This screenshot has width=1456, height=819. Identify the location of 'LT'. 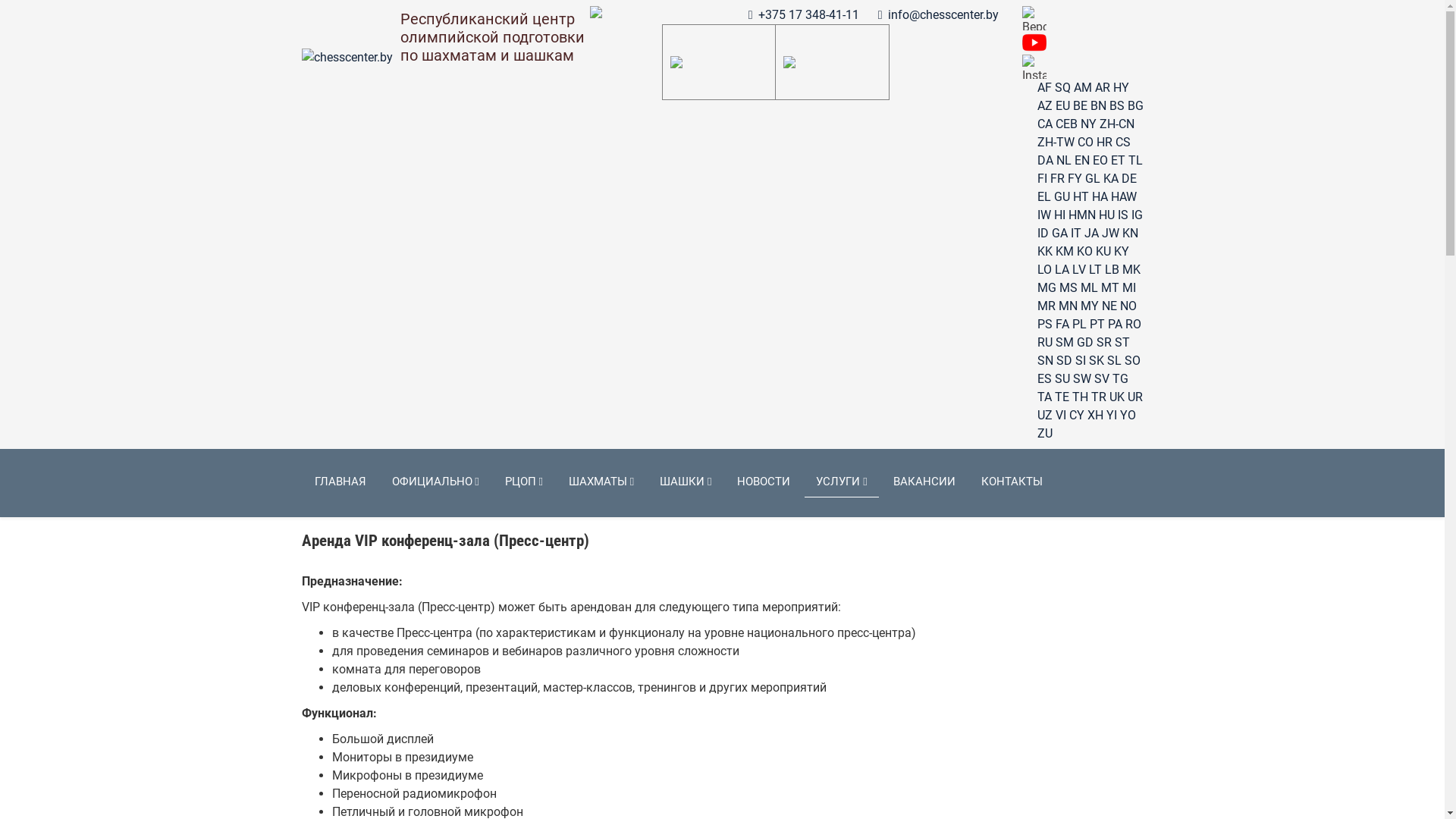
(1087, 268).